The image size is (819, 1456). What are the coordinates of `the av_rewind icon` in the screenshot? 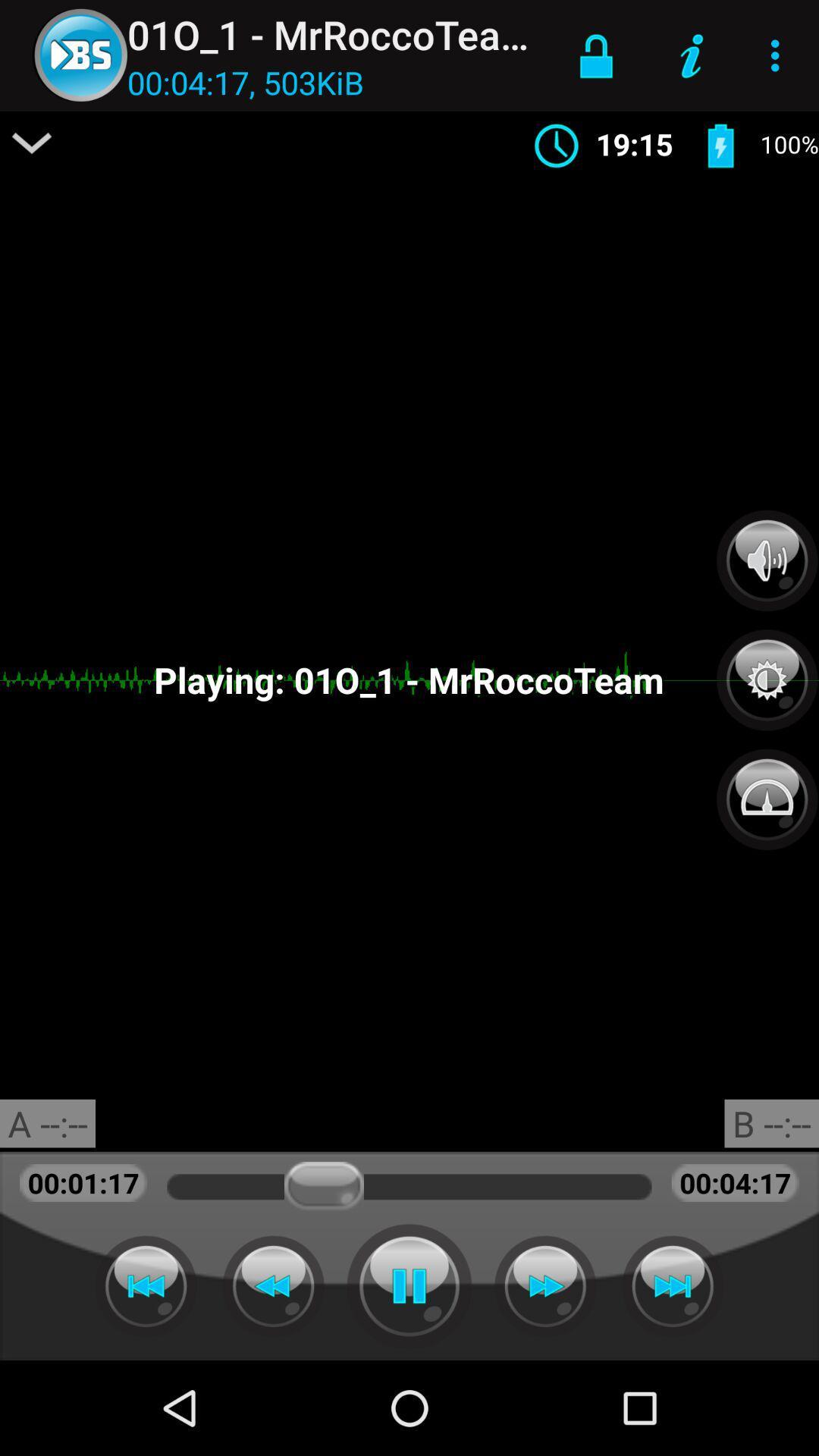 It's located at (273, 1285).